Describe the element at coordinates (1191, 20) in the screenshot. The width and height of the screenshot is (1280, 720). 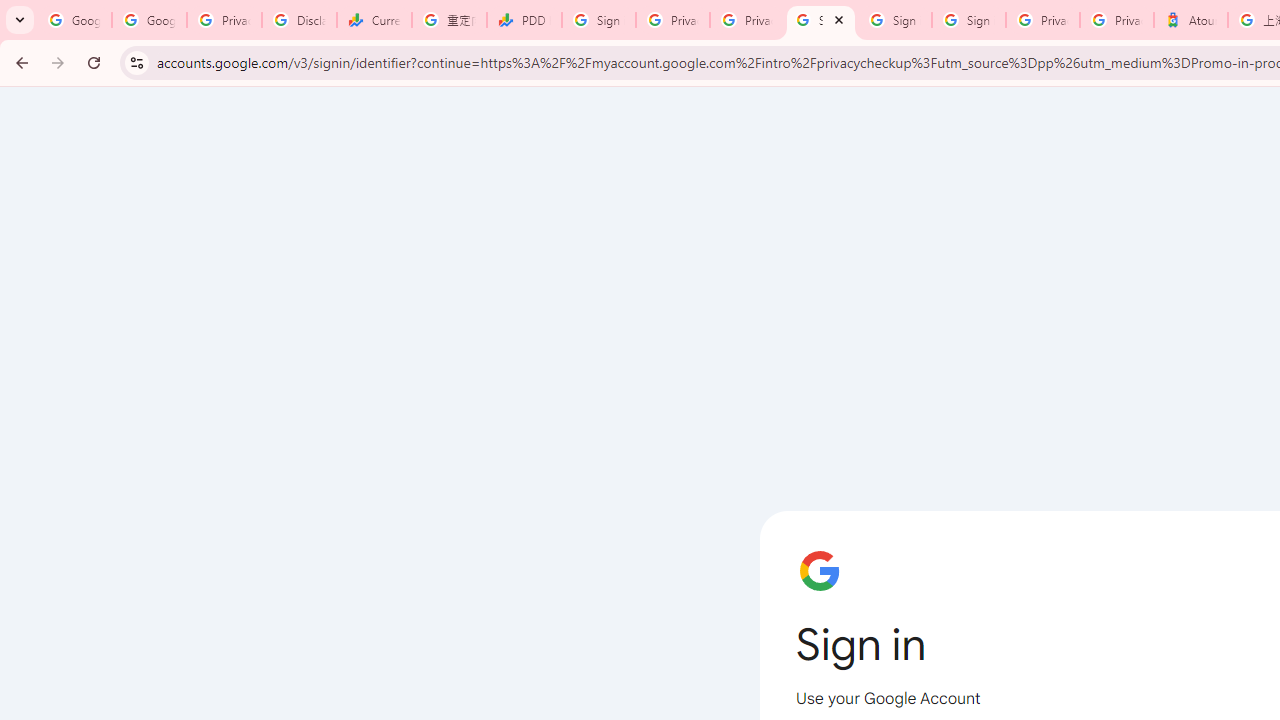
I see `'Atour Hotel - Google hotels'` at that location.